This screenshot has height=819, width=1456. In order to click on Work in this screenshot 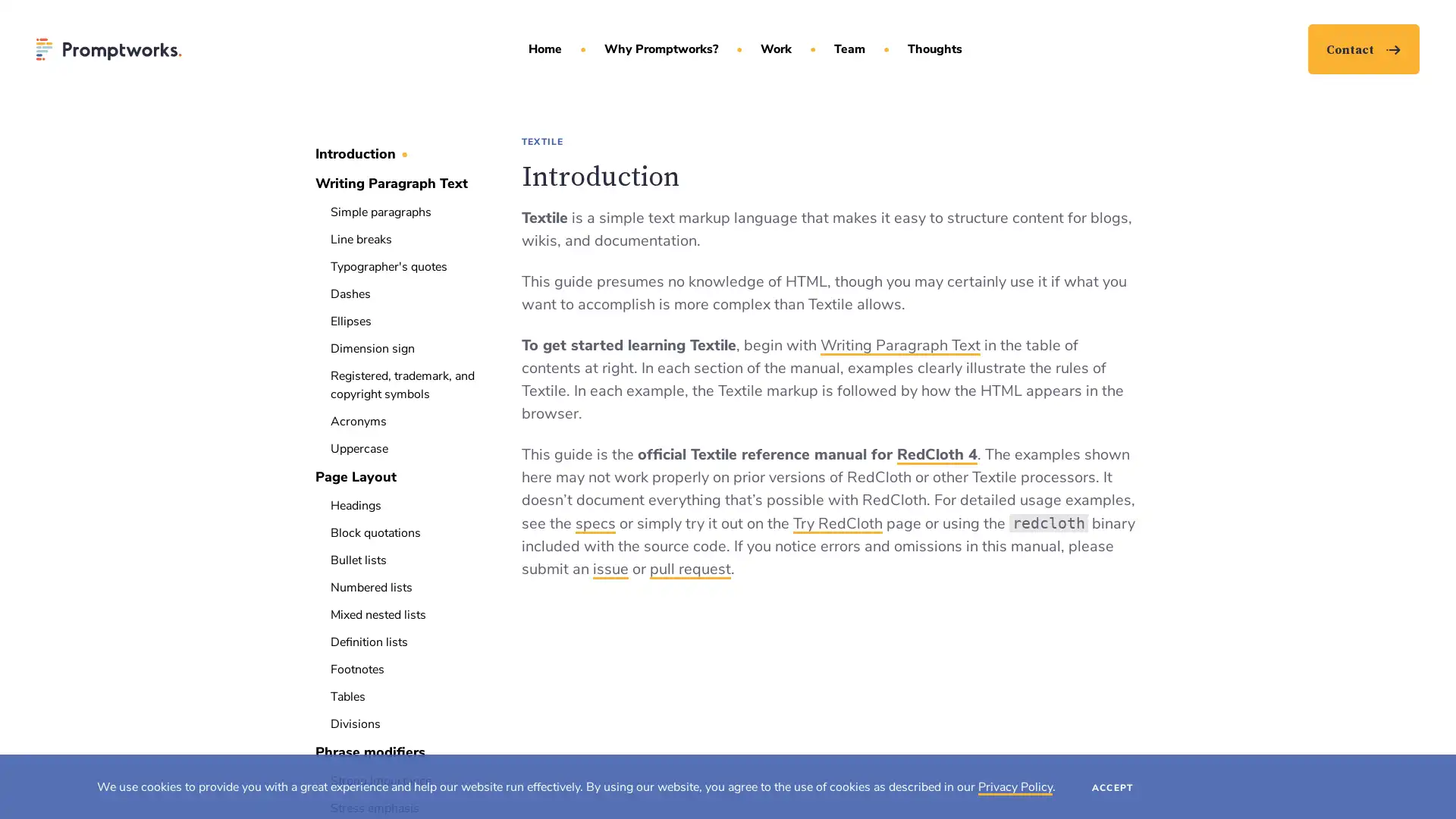, I will do `click(775, 49)`.